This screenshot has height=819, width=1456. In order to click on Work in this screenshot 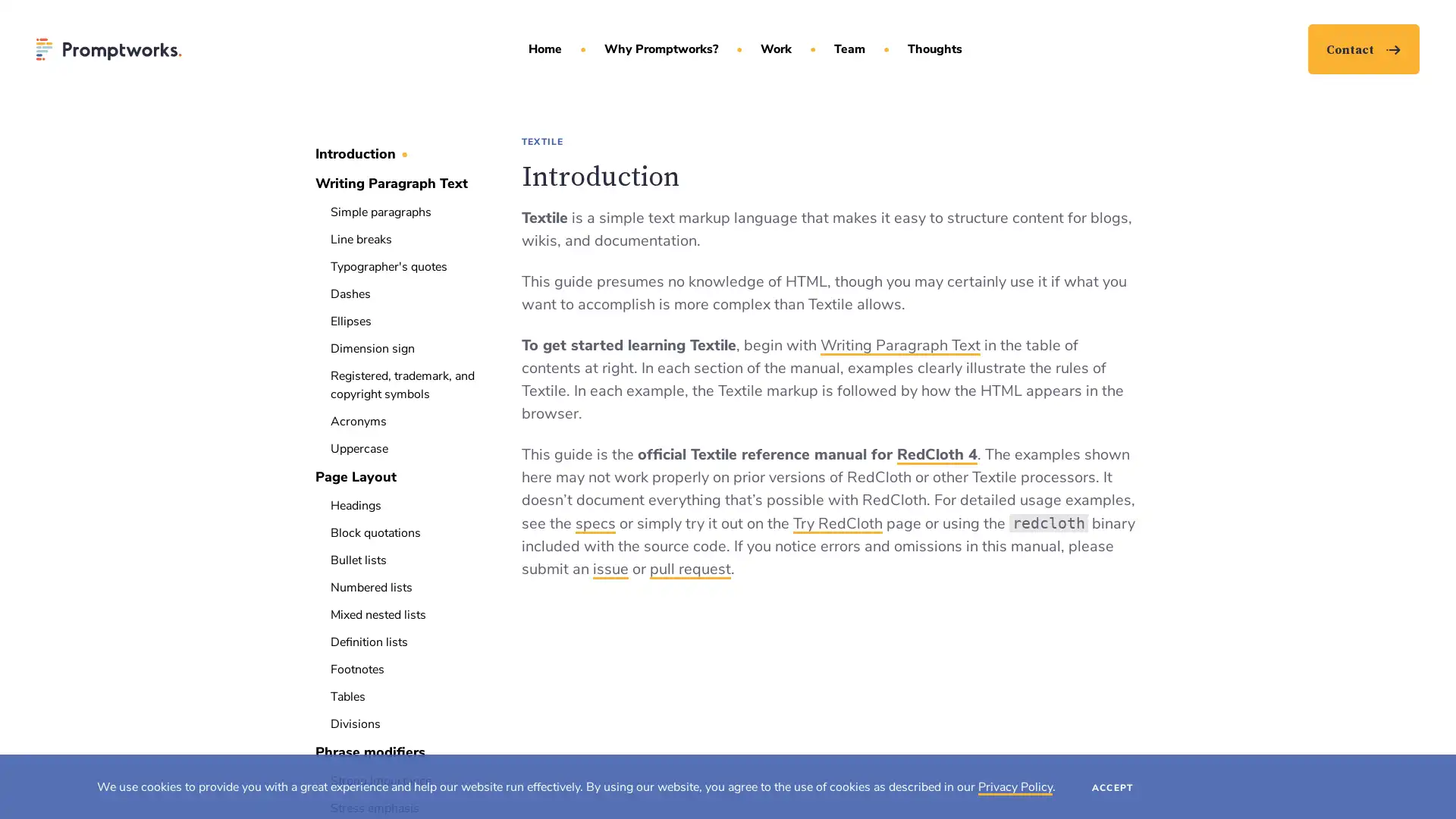, I will do `click(775, 49)`.